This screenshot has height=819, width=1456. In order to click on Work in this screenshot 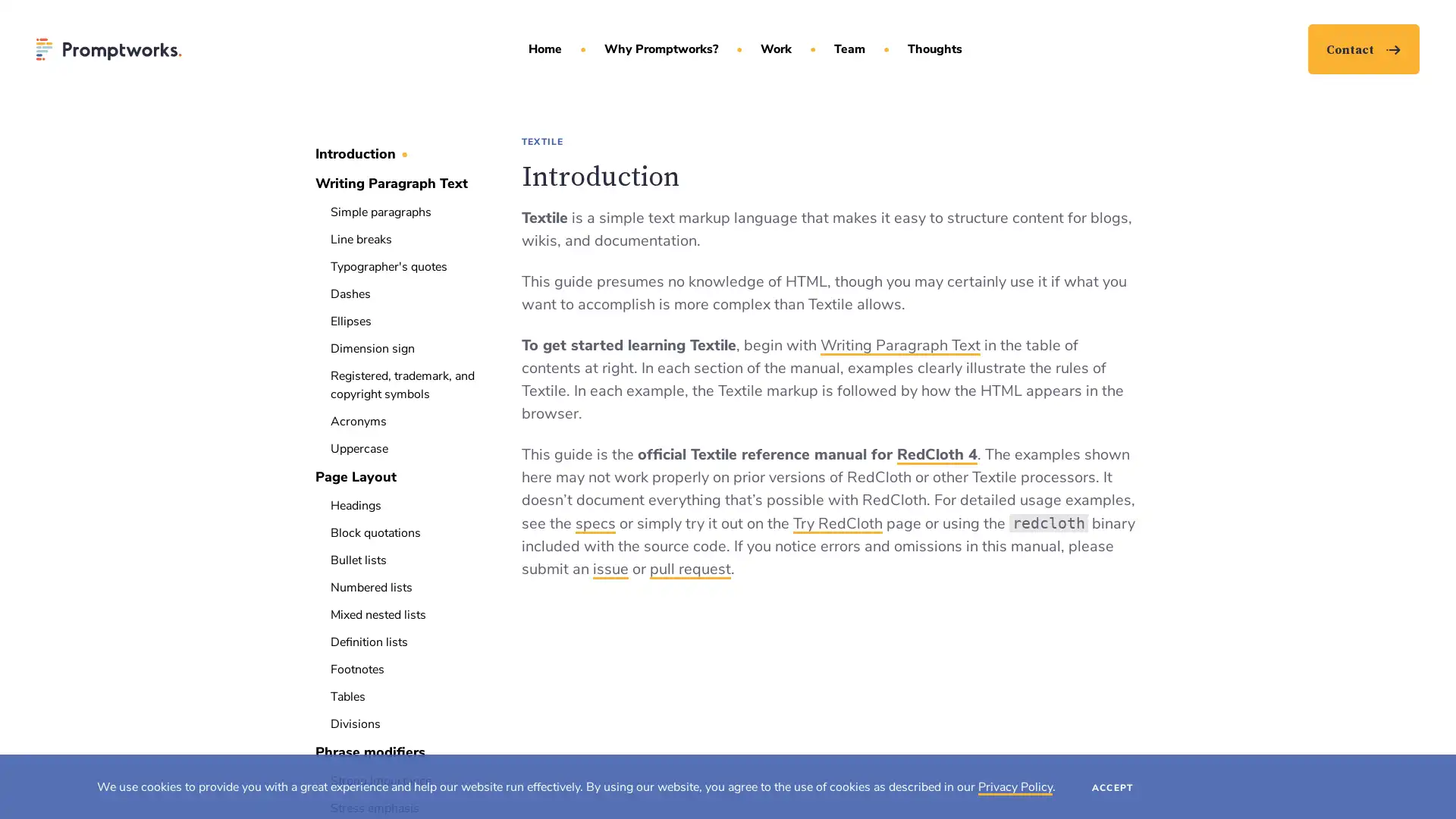, I will do `click(775, 49)`.